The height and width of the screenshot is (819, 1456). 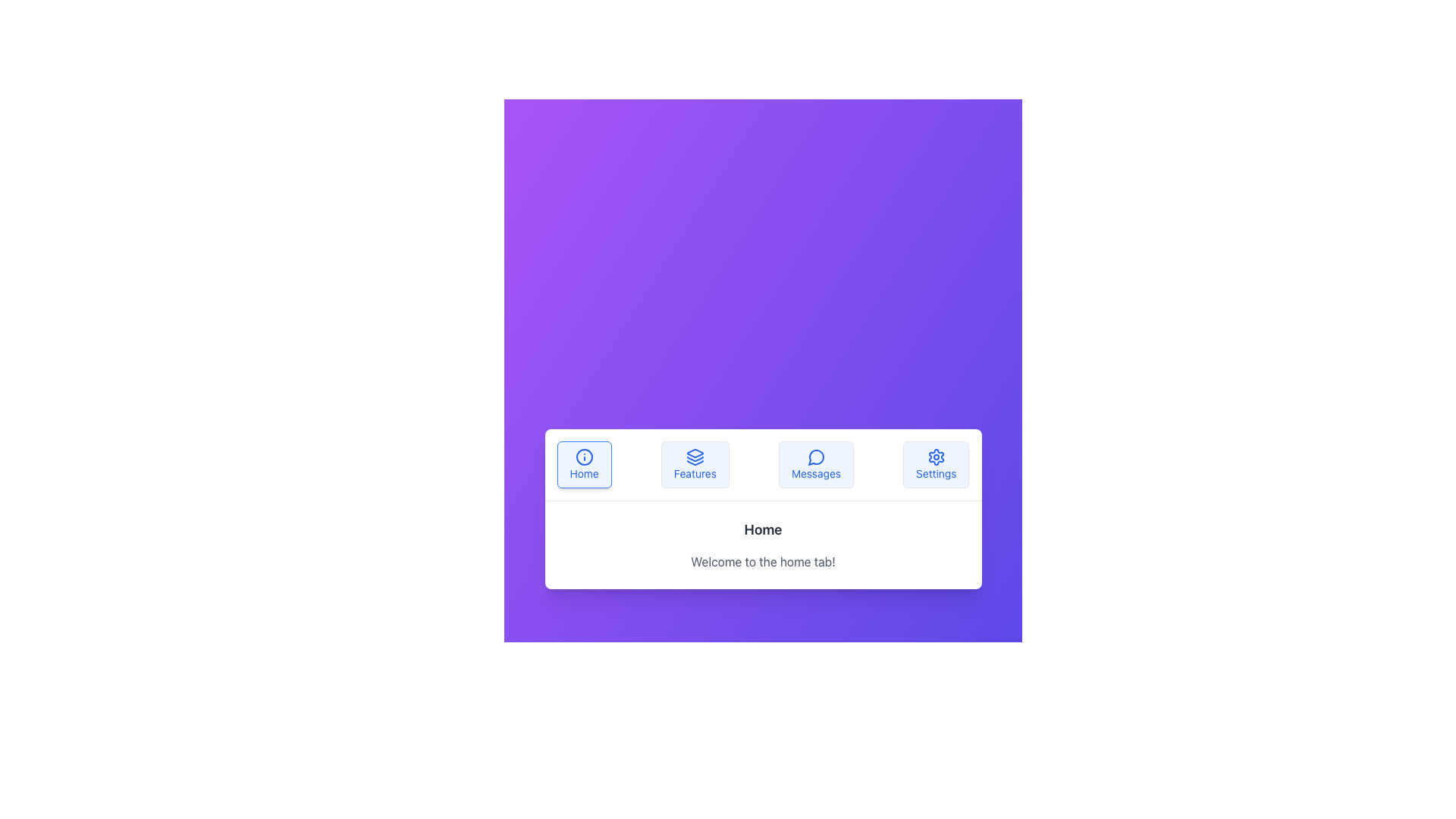 I want to click on the 'Features' button, which is the second button in a horizontal row of four buttons, styled with a light blue background and a stack icon above the label, so click(x=694, y=463).